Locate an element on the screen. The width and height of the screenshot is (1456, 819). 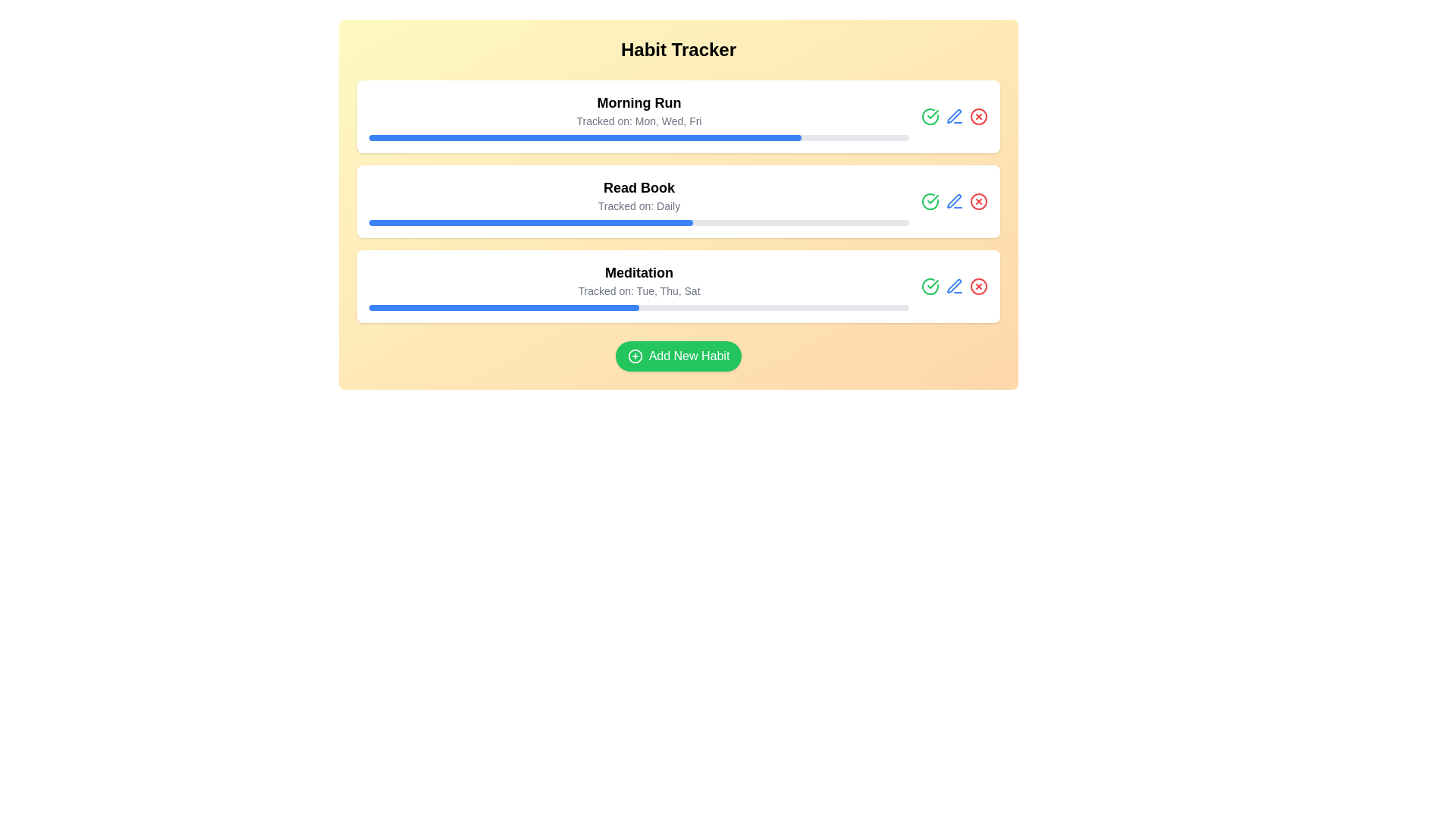
the main title text label at the top of the interface, which serves to identify the purpose of the content below is located at coordinates (677, 49).